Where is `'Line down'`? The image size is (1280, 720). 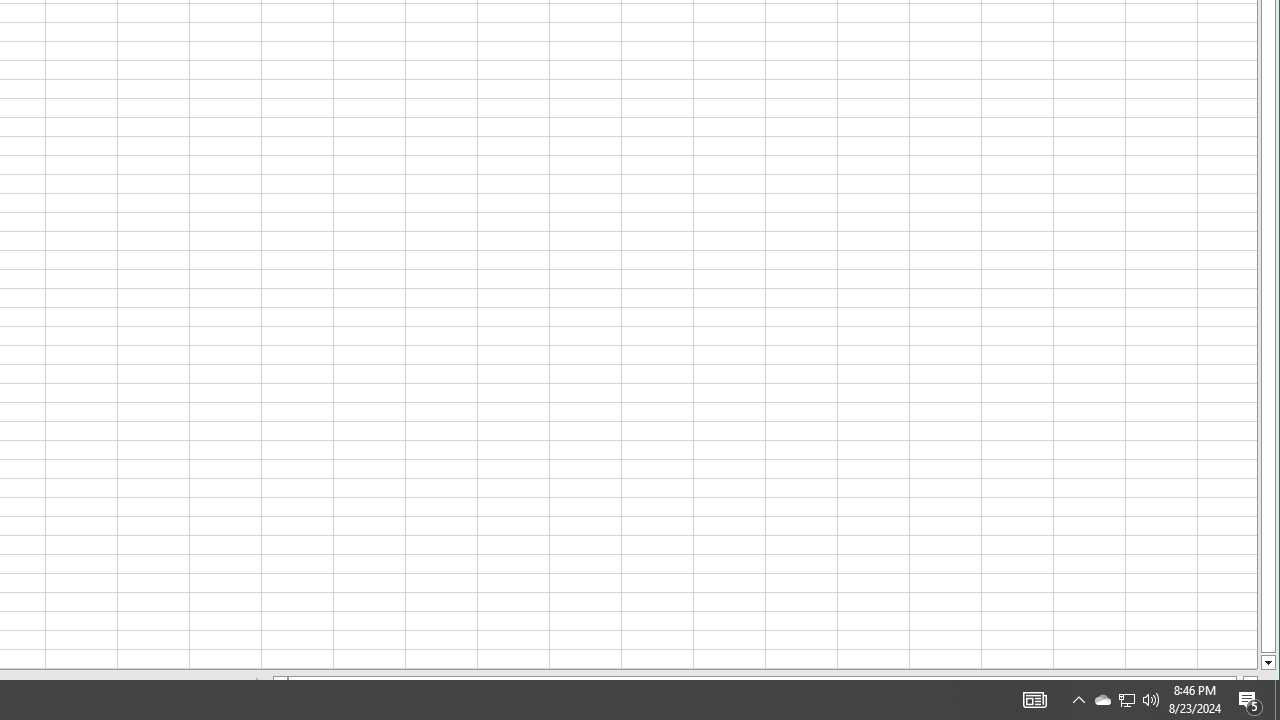 'Line down' is located at coordinates (1267, 663).